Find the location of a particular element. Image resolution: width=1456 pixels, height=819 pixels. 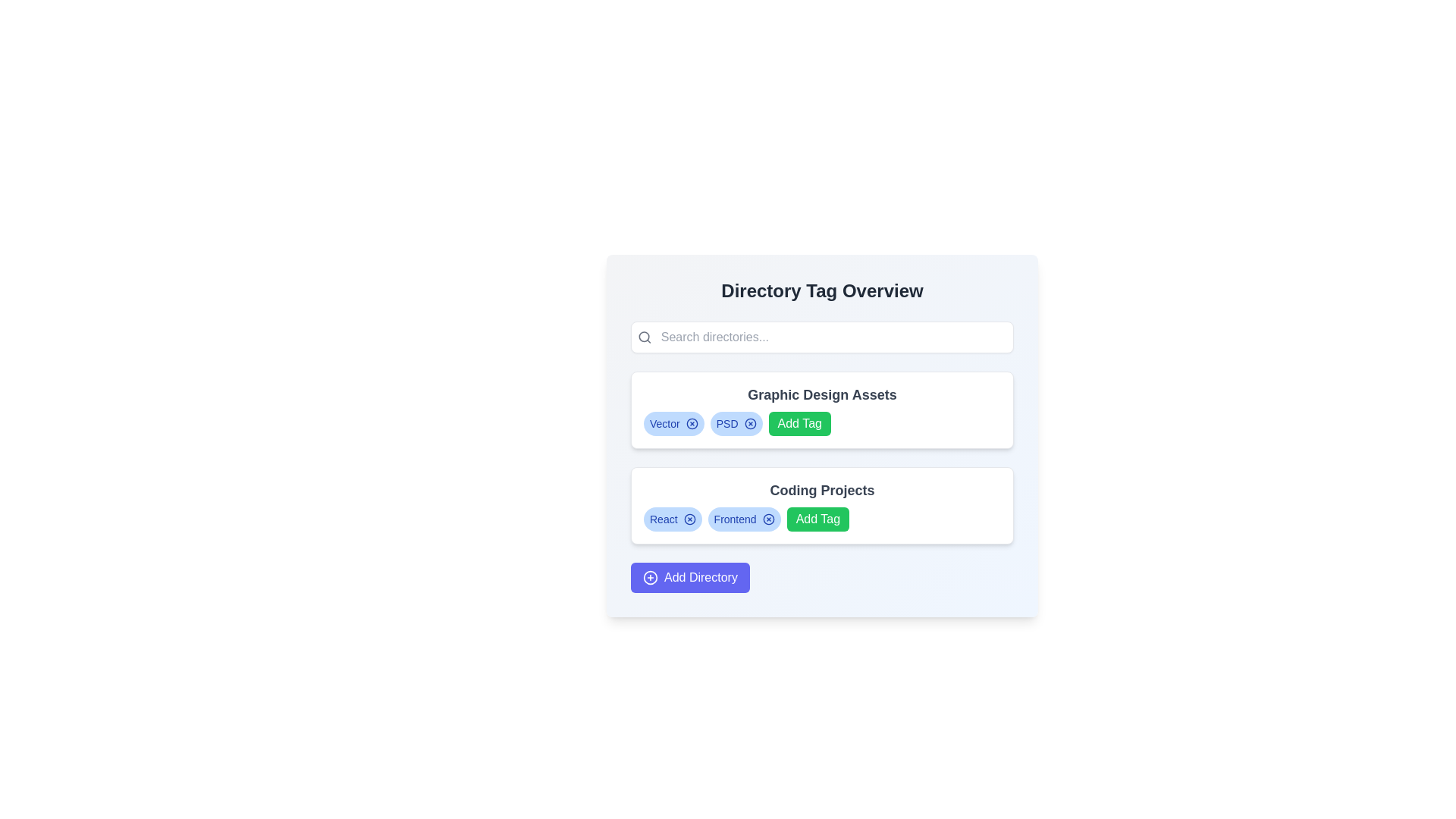

the 'x' icon on the 'Frontend' tag pill is located at coordinates (744, 519).